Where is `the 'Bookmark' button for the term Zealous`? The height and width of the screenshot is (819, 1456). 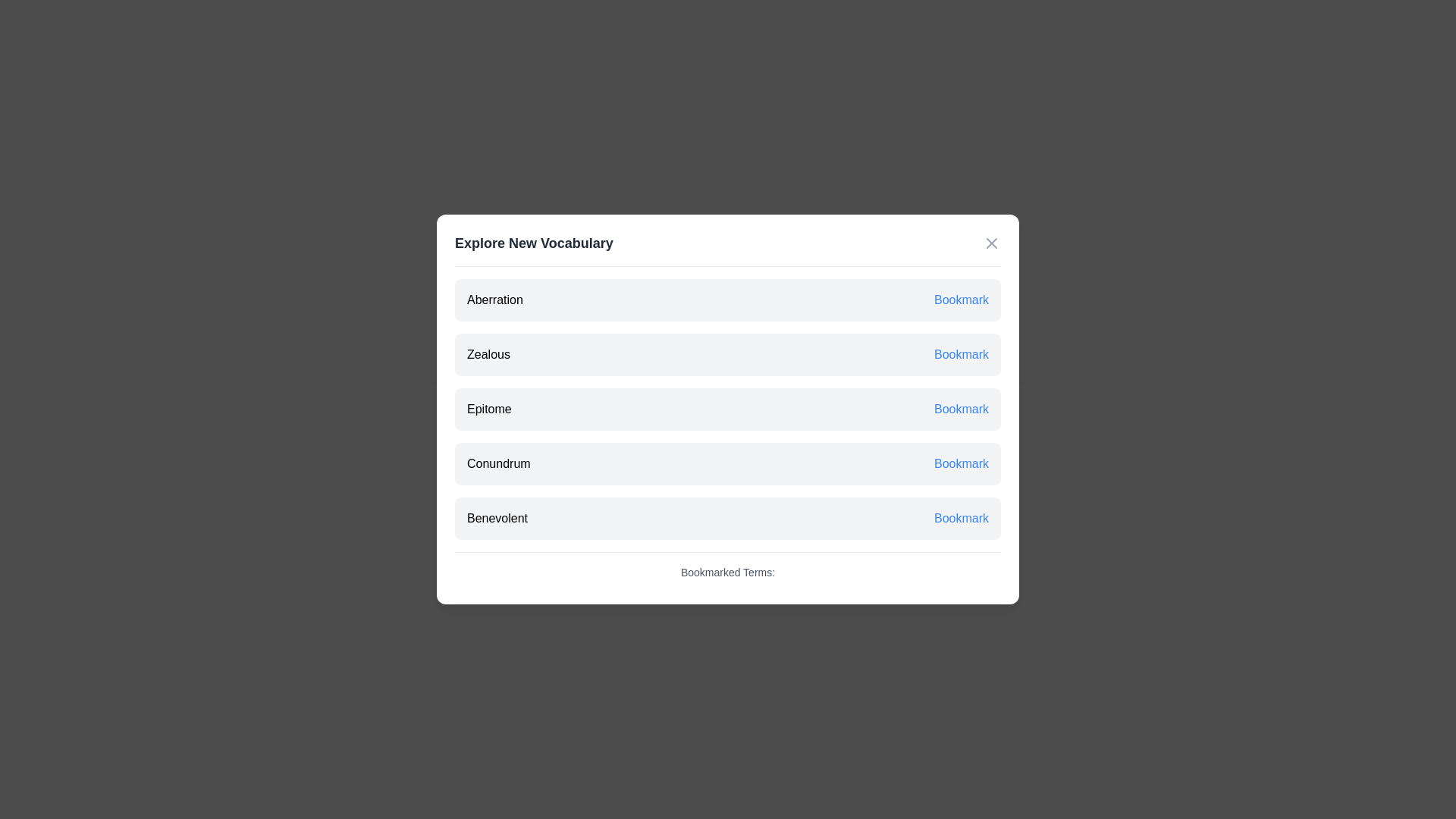
the 'Bookmark' button for the term Zealous is located at coordinates (960, 354).